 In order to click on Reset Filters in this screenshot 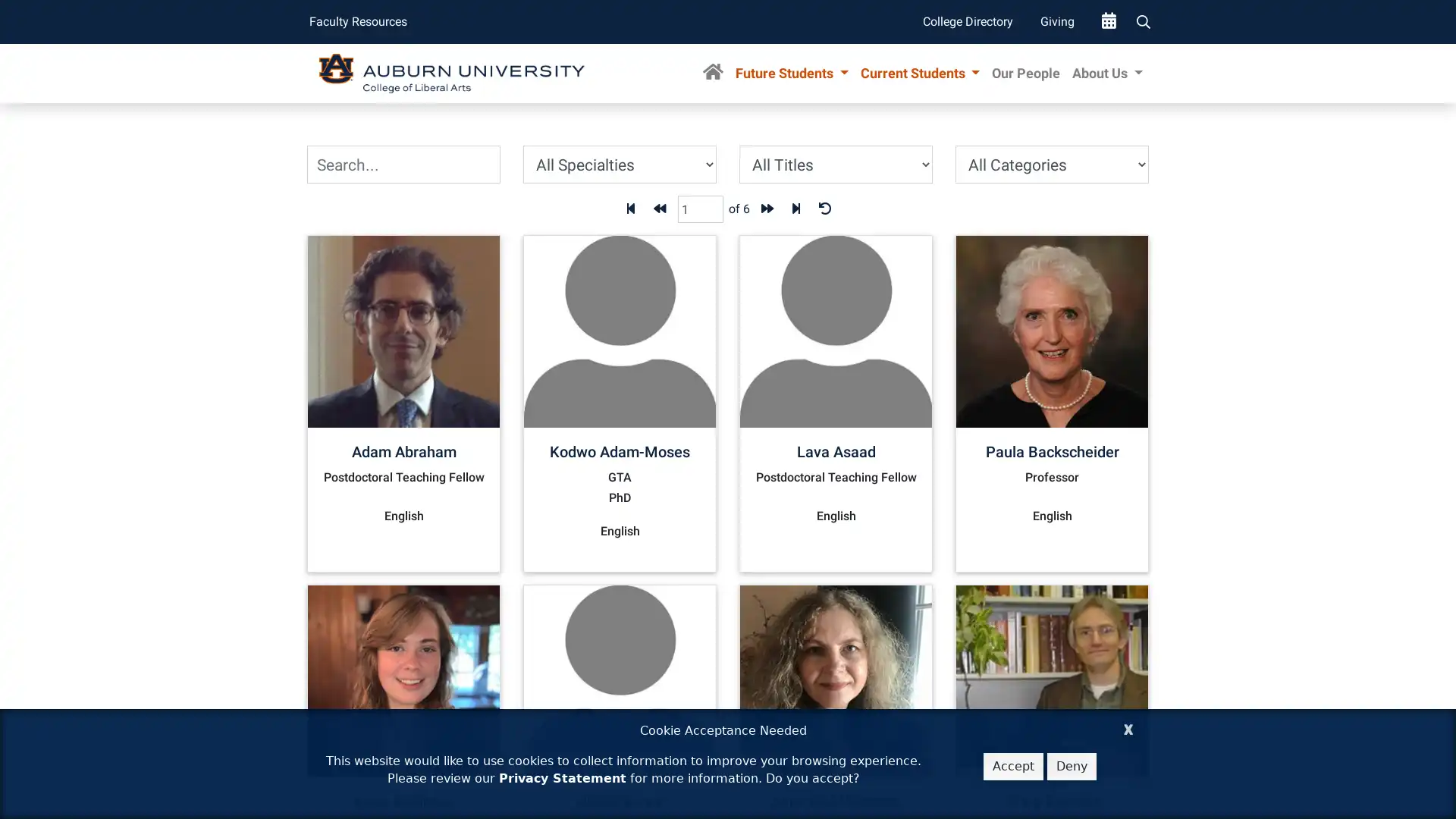, I will do `click(823, 209)`.